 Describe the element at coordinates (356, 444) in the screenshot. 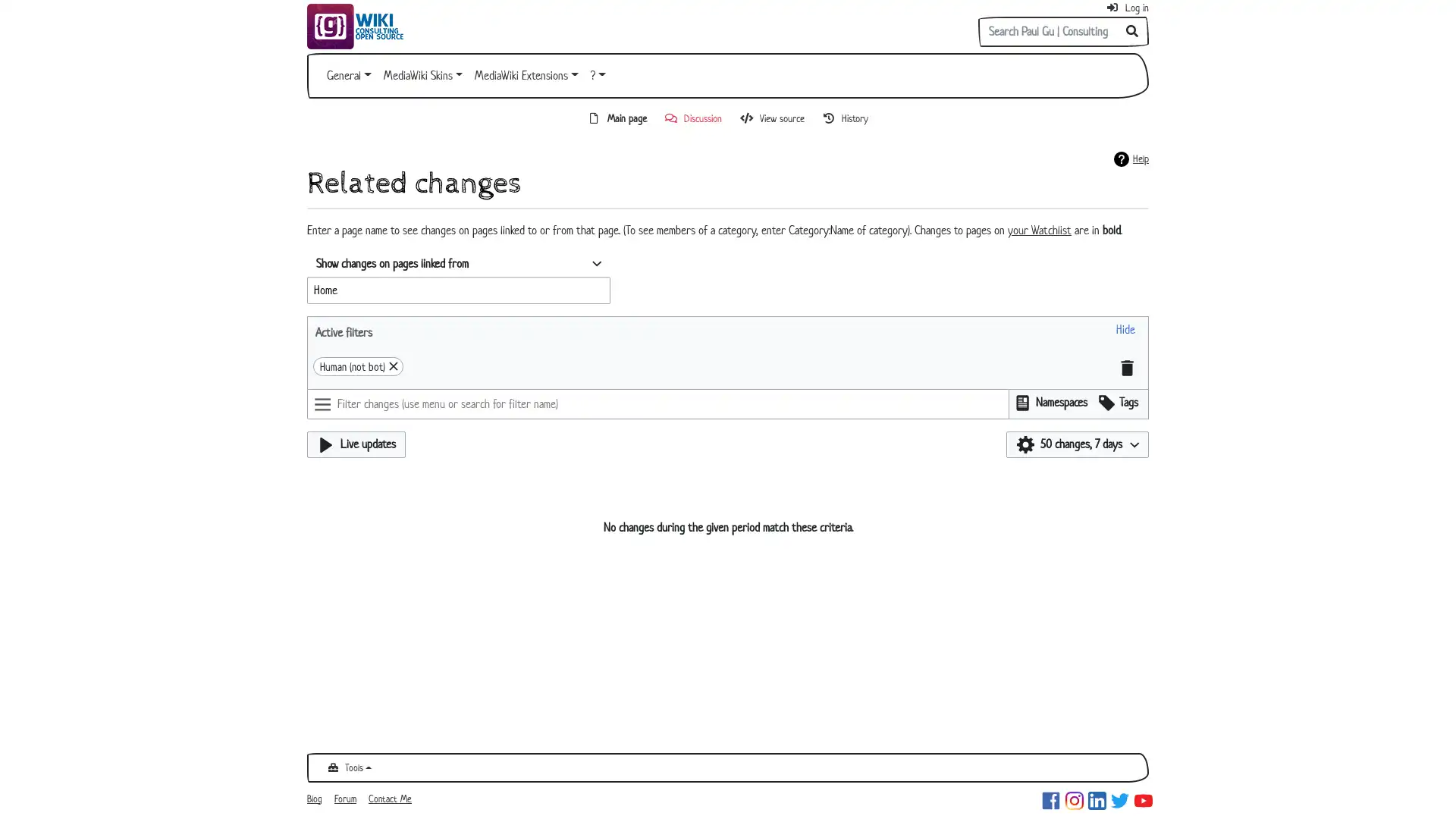

I see `Live updates` at that location.